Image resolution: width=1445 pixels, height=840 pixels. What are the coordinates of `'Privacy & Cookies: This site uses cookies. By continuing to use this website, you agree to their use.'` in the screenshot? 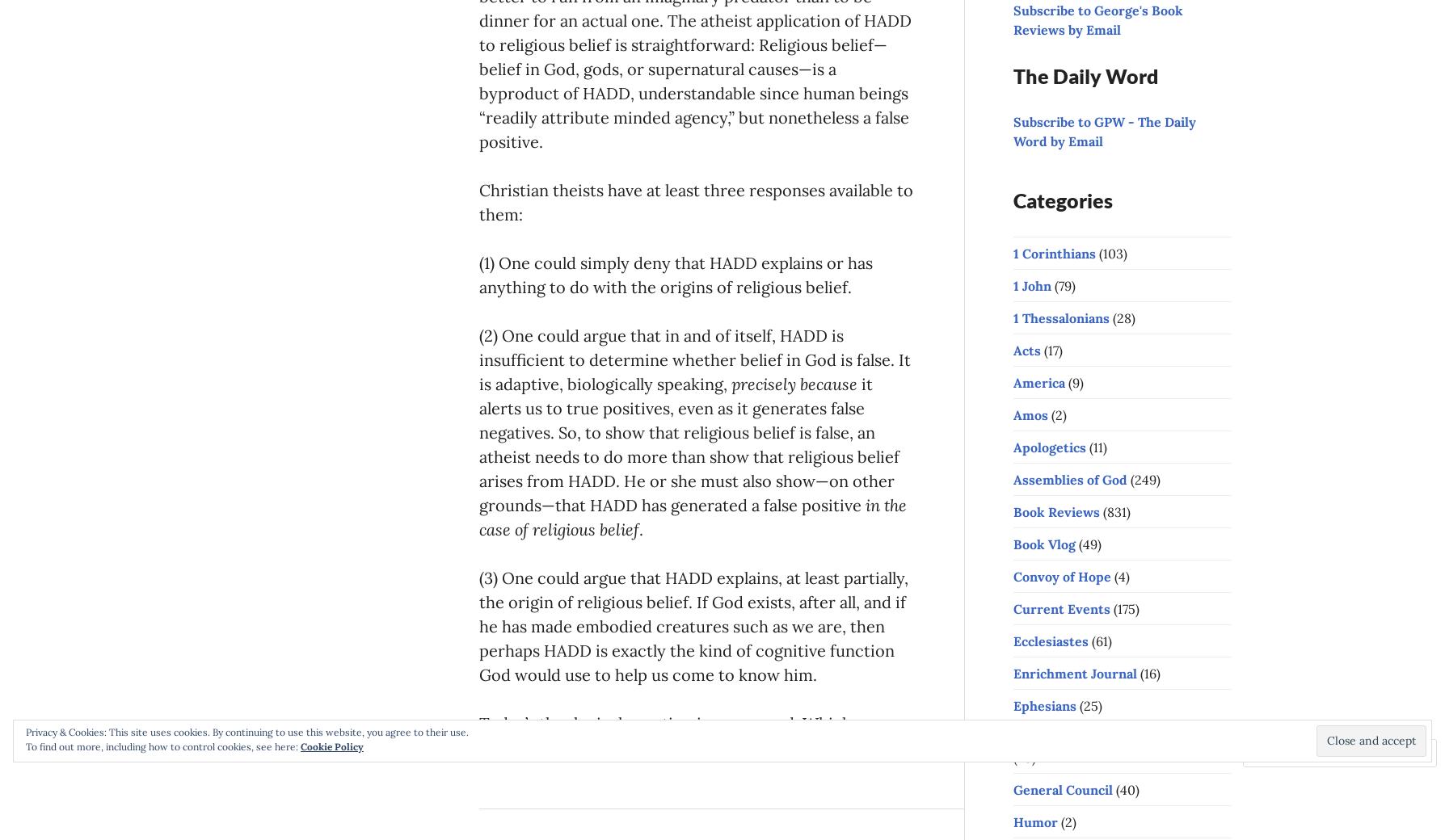 It's located at (26, 731).